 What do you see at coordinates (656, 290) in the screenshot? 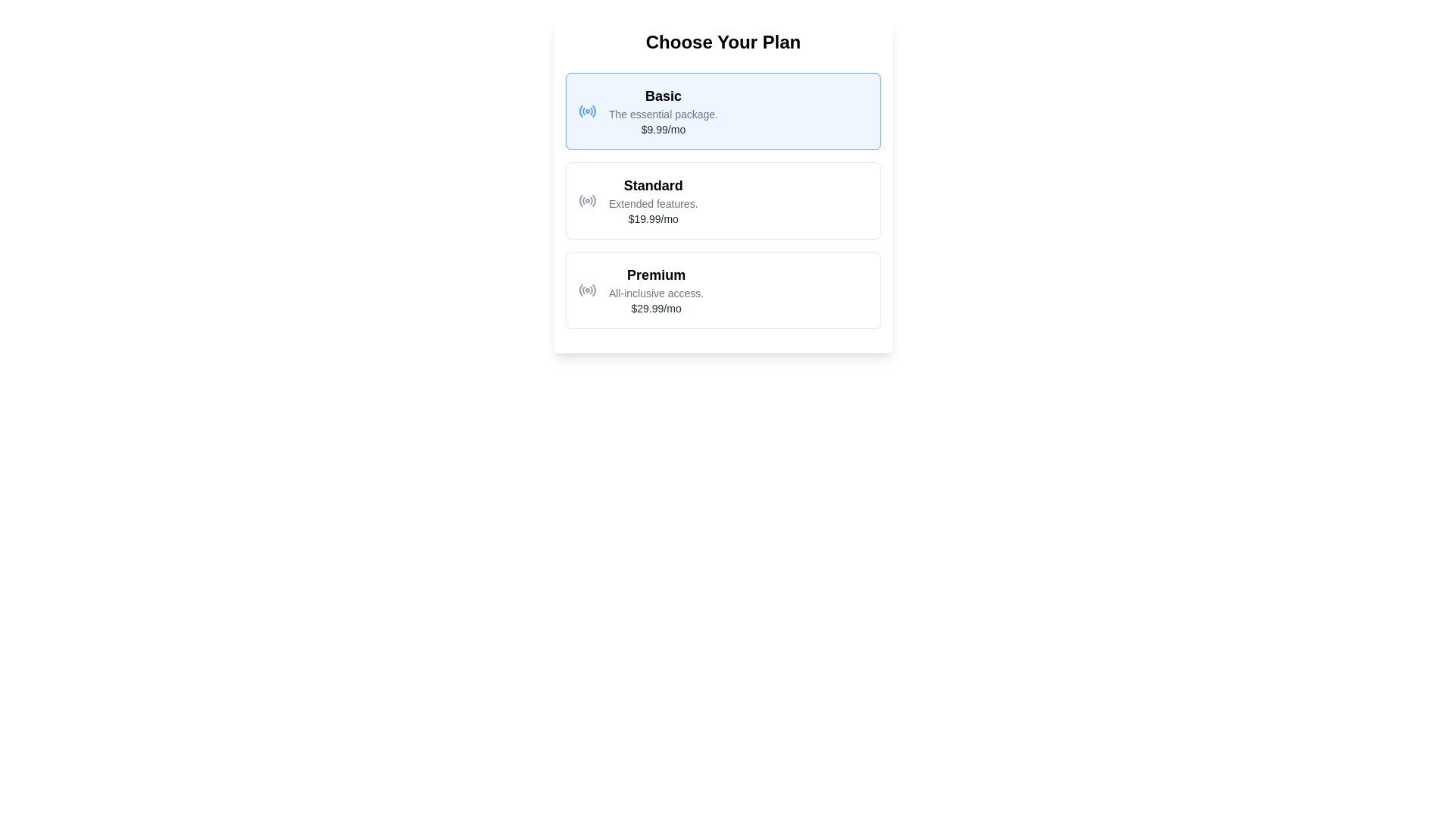
I see `the 'Premium' plan by clicking on the Descriptive Plan Information Block located in the 'Choose Your Plan' interface, which displays the text 'Premium', 'All-inclusive access', and '$29.99/mo'` at bounding box center [656, 290].